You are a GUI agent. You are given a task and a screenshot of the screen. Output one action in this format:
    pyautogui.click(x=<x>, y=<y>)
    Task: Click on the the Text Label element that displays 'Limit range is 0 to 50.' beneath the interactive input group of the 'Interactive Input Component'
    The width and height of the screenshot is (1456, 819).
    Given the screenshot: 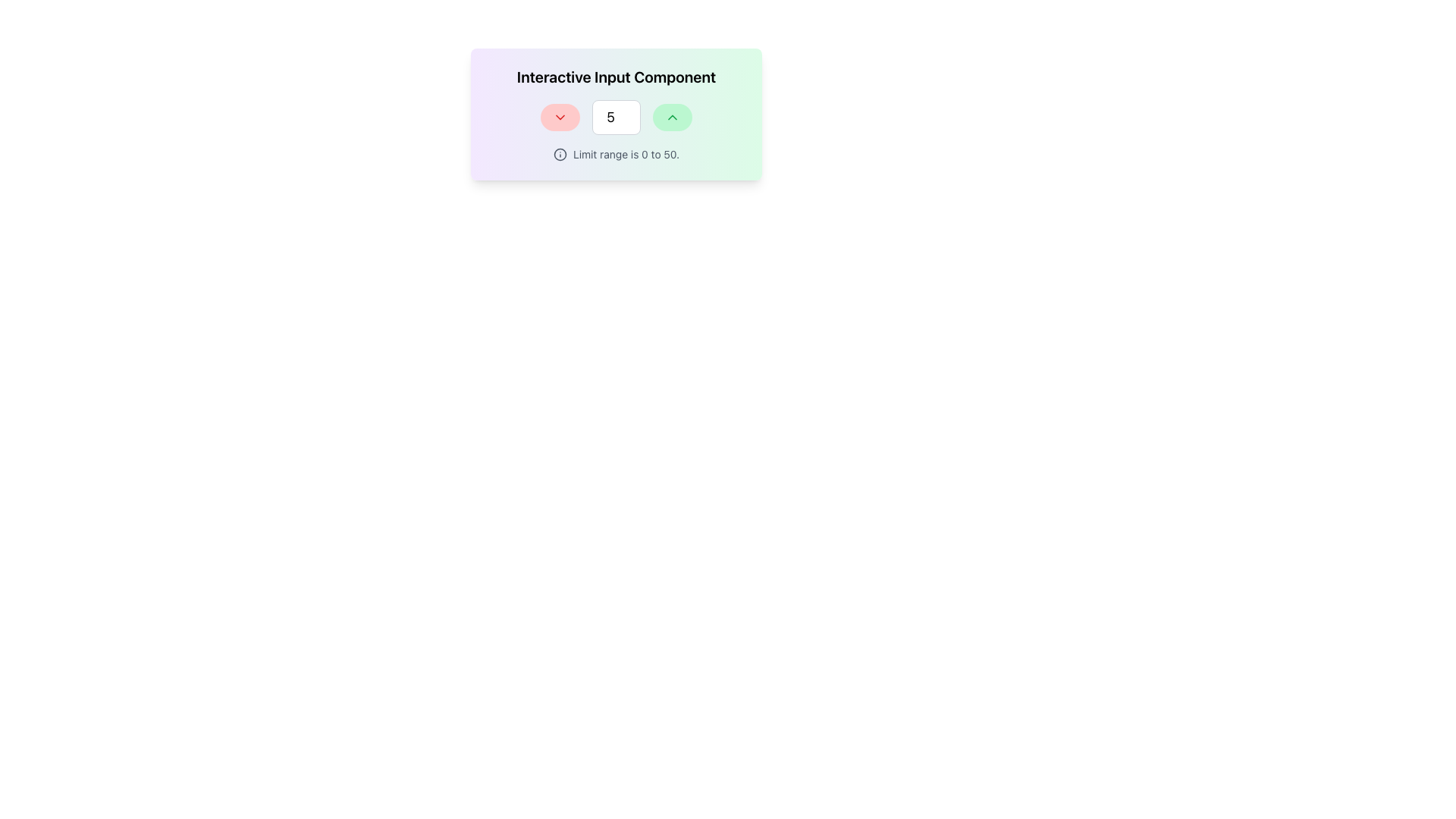 What is the action you would take?
    pyautogui.click(x=616, y=155)
    